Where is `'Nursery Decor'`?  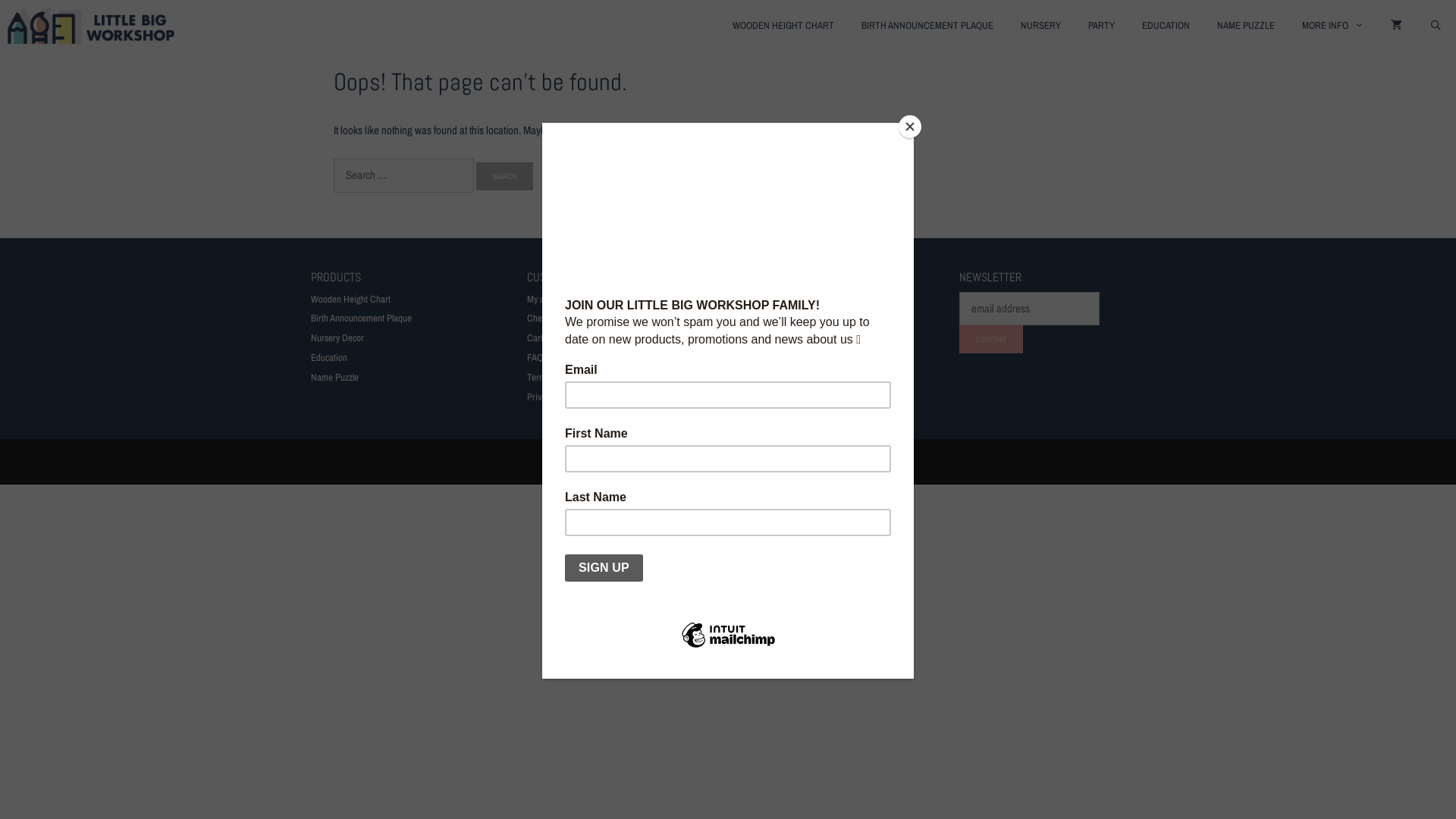 'Nursery Decor' is located at coordinates (337, 337).